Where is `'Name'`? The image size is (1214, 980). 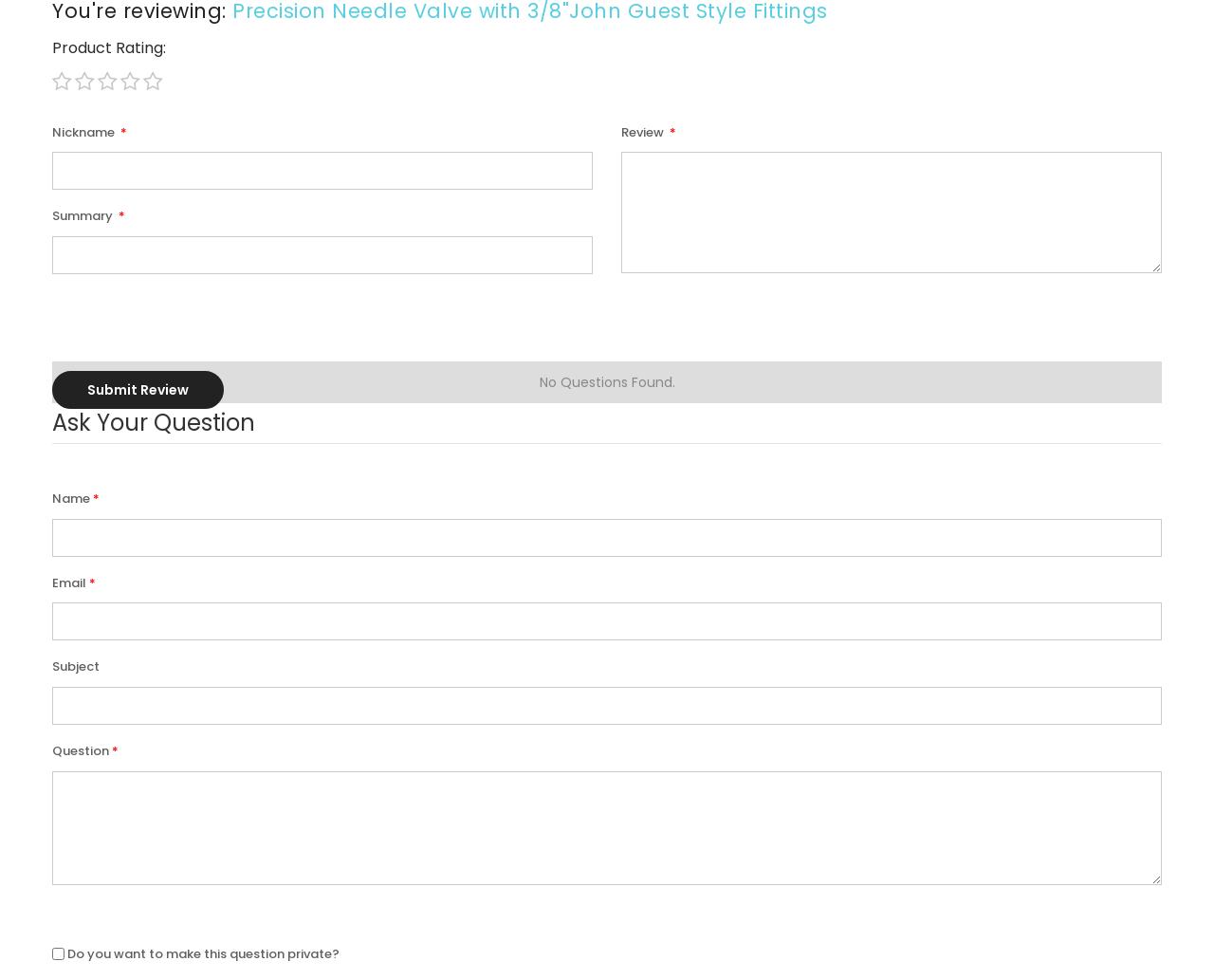 'Name' is located at coordinates (71, 496).